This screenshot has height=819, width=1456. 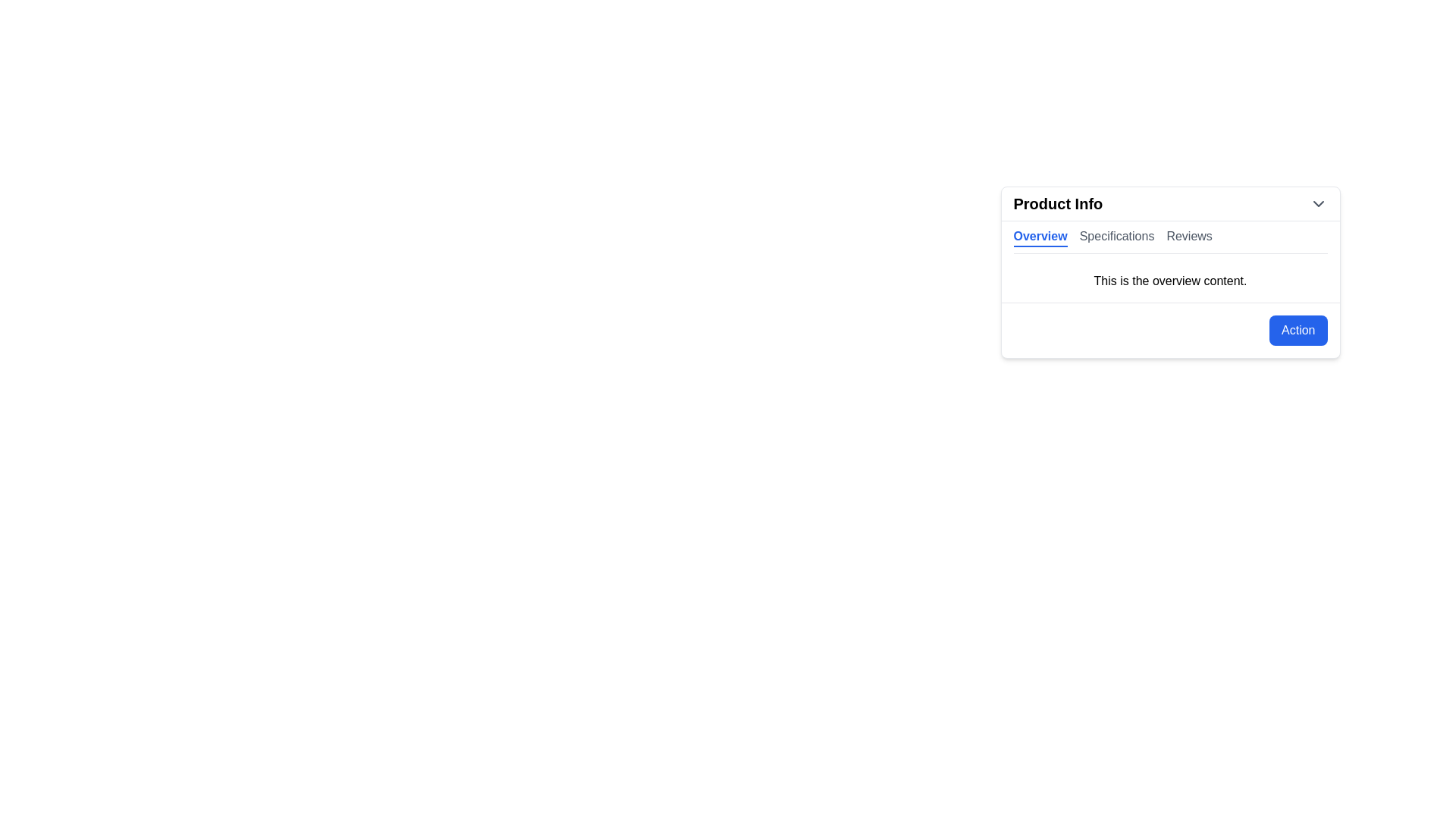 I want to click on the tab bar located at the top center of the 'Product Info' card, so click(x=1169, y=240).